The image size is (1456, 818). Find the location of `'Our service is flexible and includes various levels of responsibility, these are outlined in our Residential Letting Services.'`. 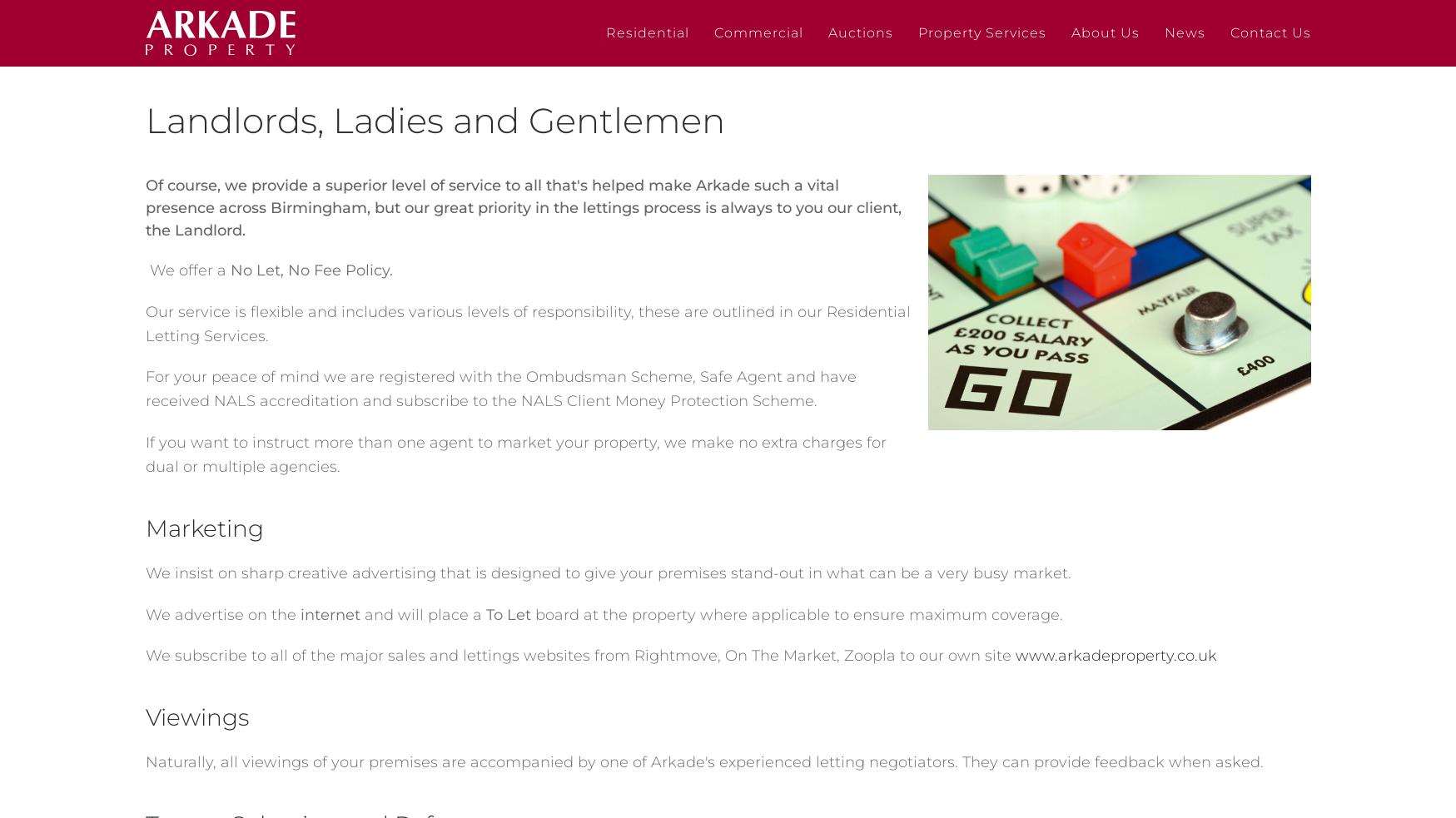

'Our service is flexible and includes various levels of responsibility, these are outlined in our Residential Letting Services.' is located at coordinates (527, 322).